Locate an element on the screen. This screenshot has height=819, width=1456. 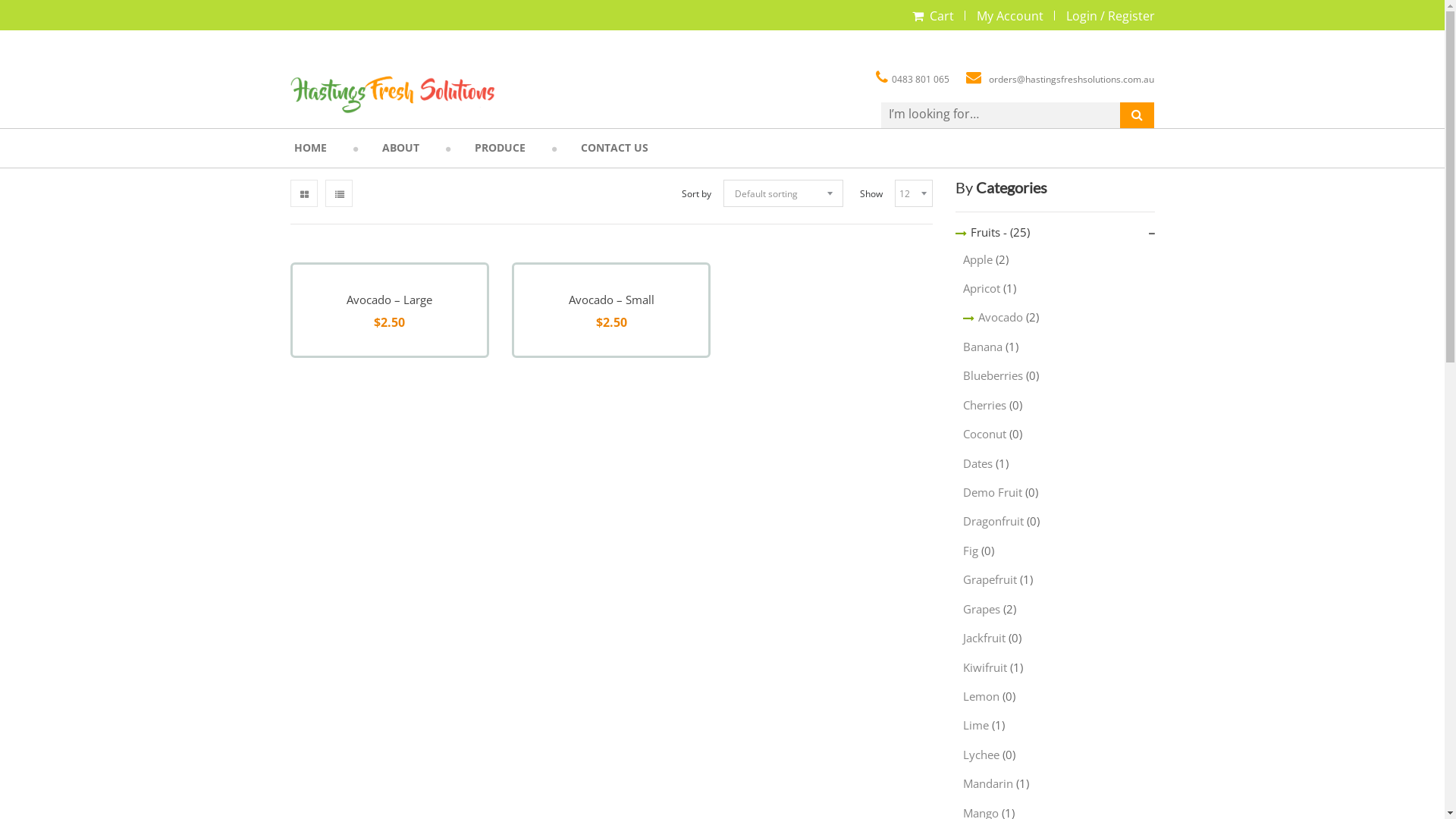
'Dragonfruit' is located at coordinates (993, 519).